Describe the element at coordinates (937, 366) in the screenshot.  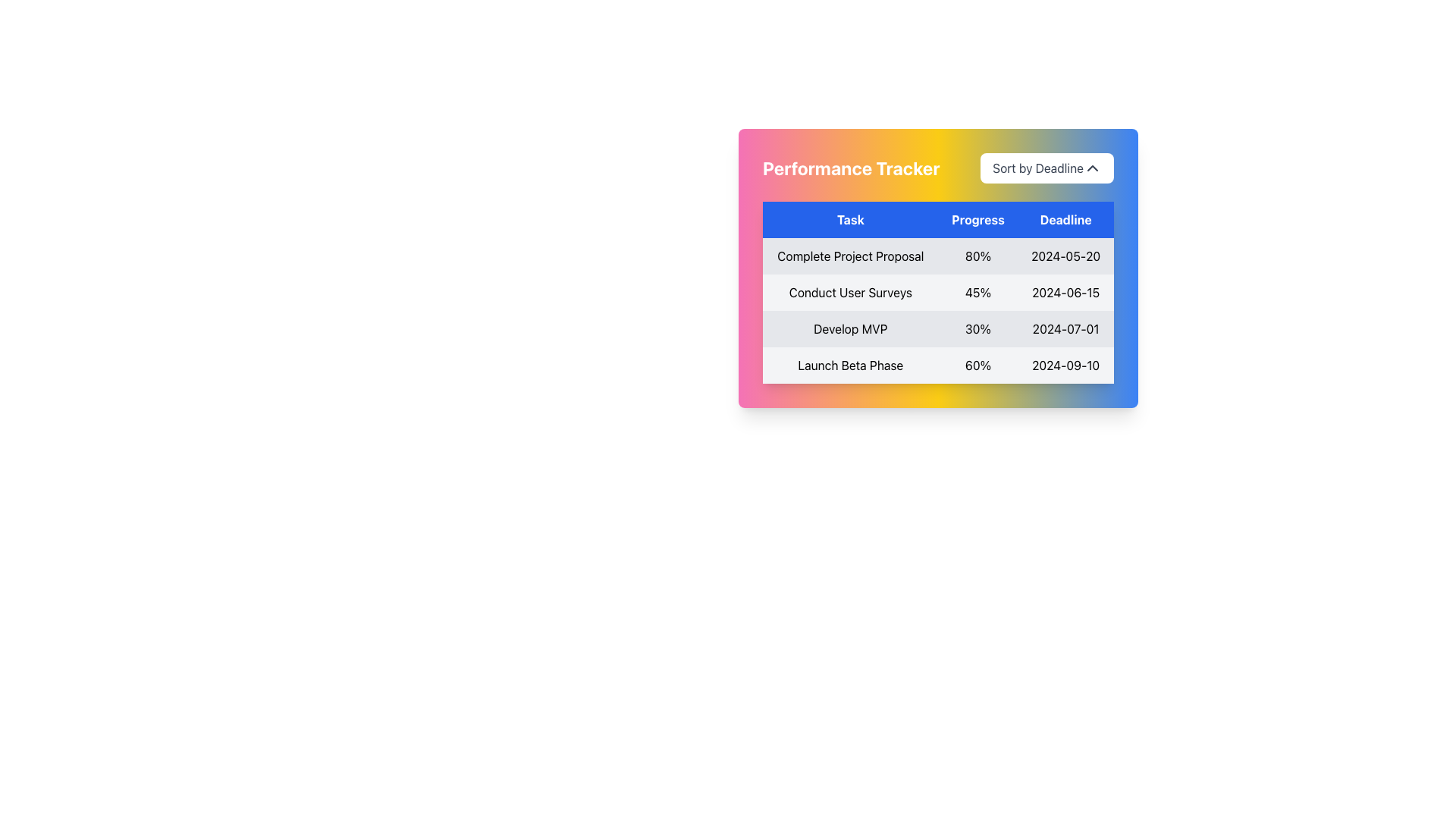
I see `the last row of the progress tracker table, which contains a single task entry with details including the task name, completion percentage, and deadline, positioned below the 'Develop MVP' row` at that location.